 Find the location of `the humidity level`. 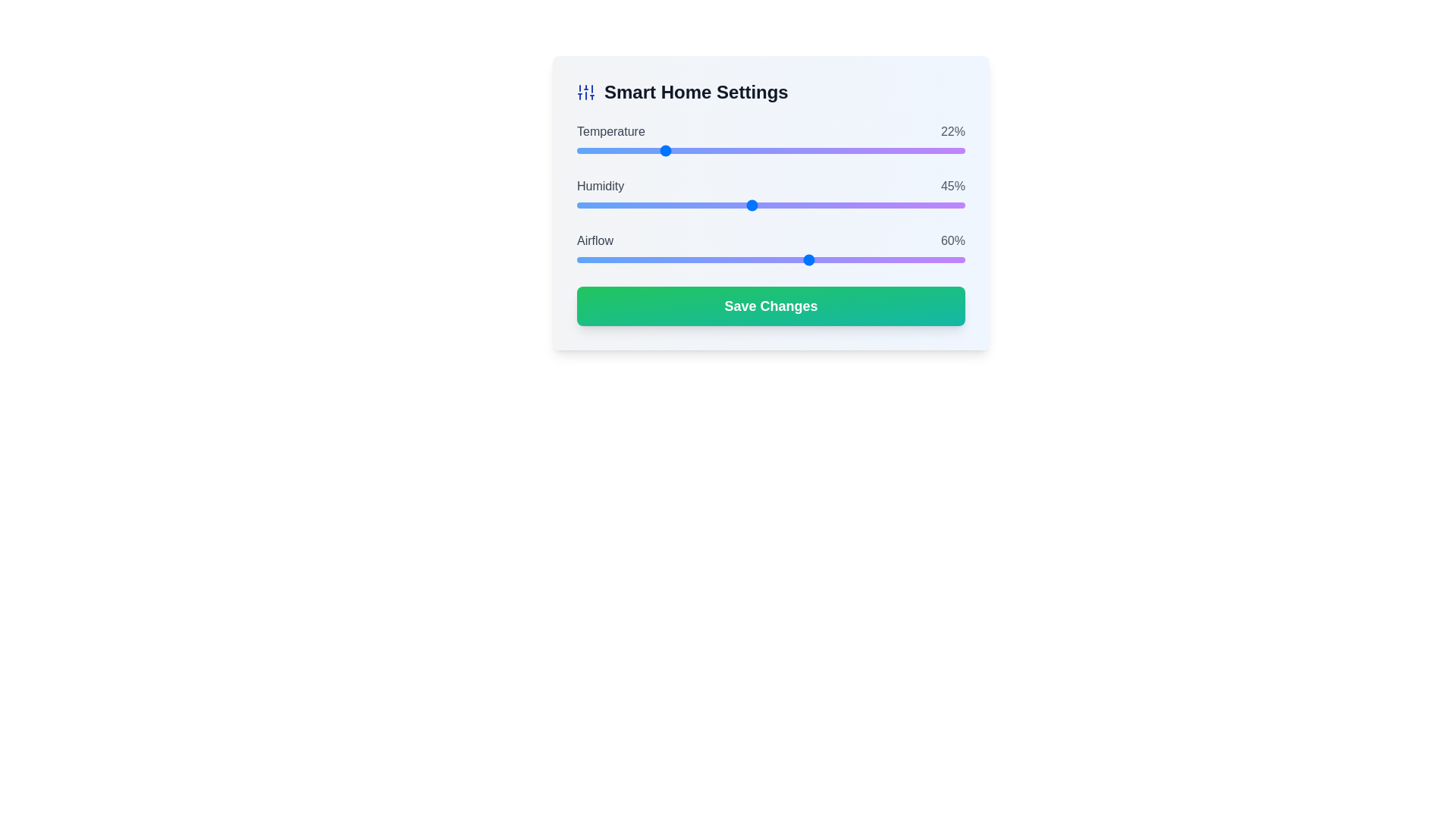

the humidity level is located at coordinates (949, 201).